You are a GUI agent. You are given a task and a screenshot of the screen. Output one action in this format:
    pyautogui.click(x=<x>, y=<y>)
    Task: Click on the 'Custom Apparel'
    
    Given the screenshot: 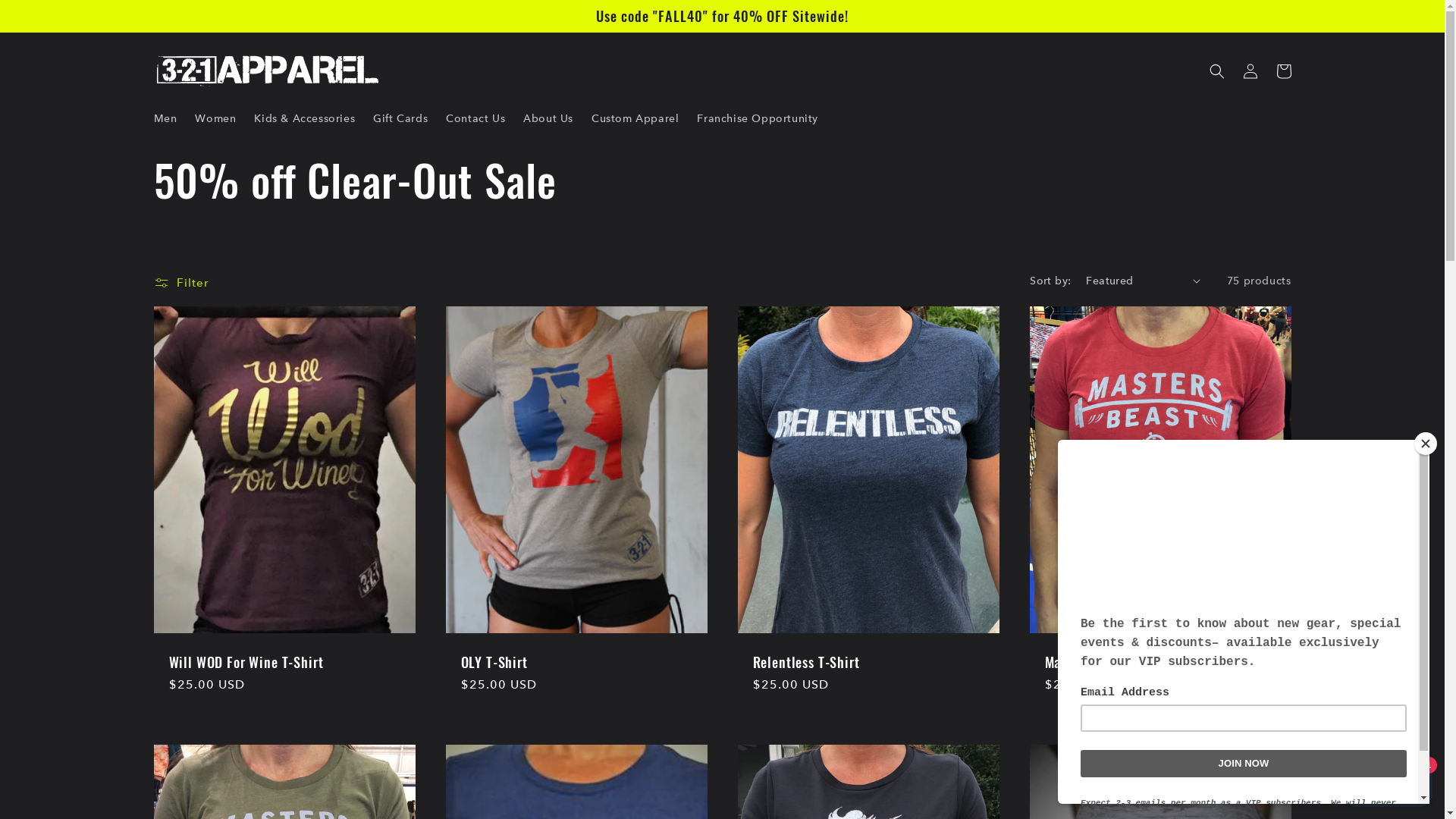 What is the action you would take?
    pyautogui.click(x=635, y=117)
    